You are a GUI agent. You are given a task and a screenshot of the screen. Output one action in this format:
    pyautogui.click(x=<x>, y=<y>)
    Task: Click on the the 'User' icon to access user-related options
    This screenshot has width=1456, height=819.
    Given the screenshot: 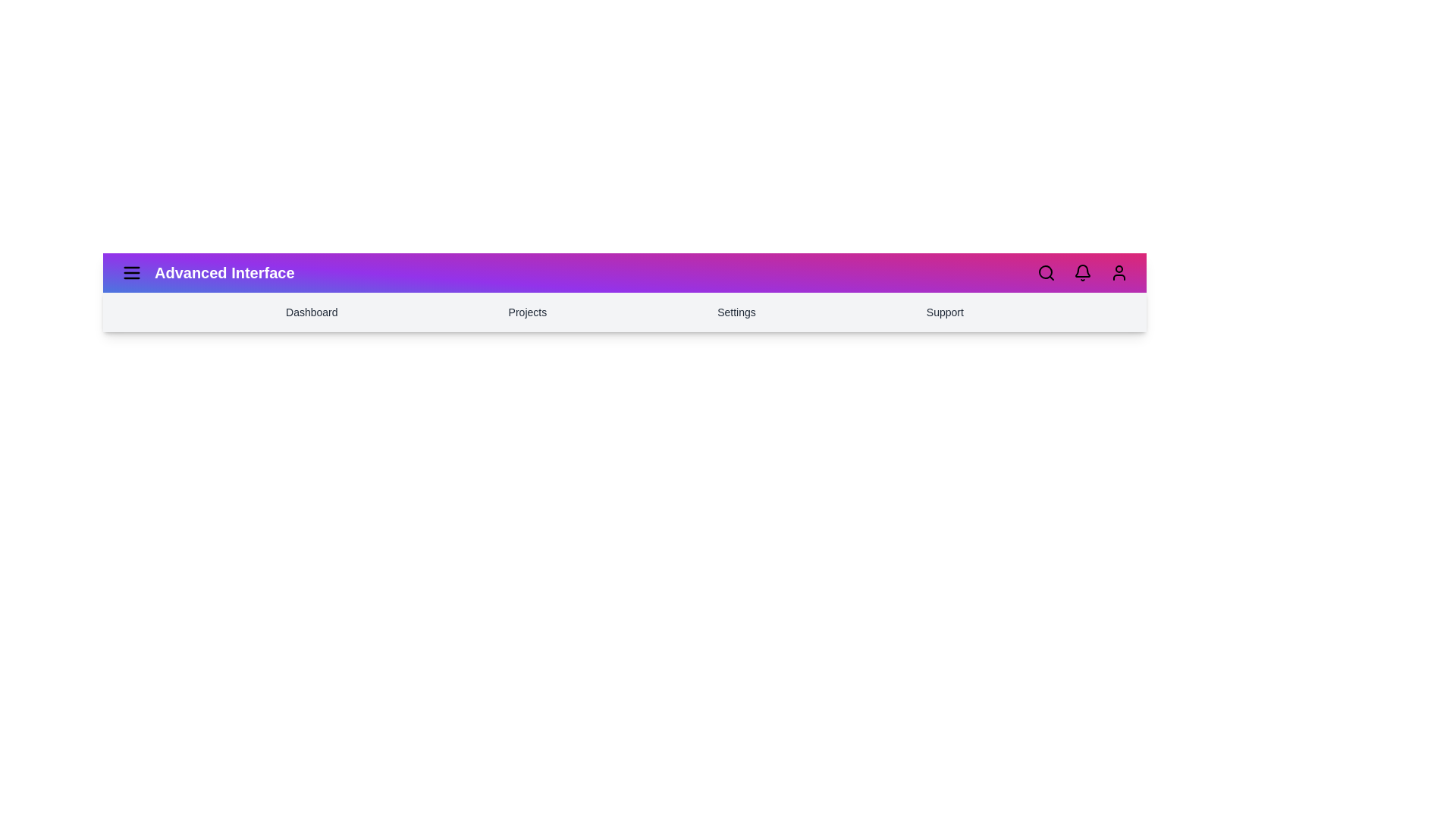 What is the action you would take?
    pyautogui.click(x=1119, y=271)
    